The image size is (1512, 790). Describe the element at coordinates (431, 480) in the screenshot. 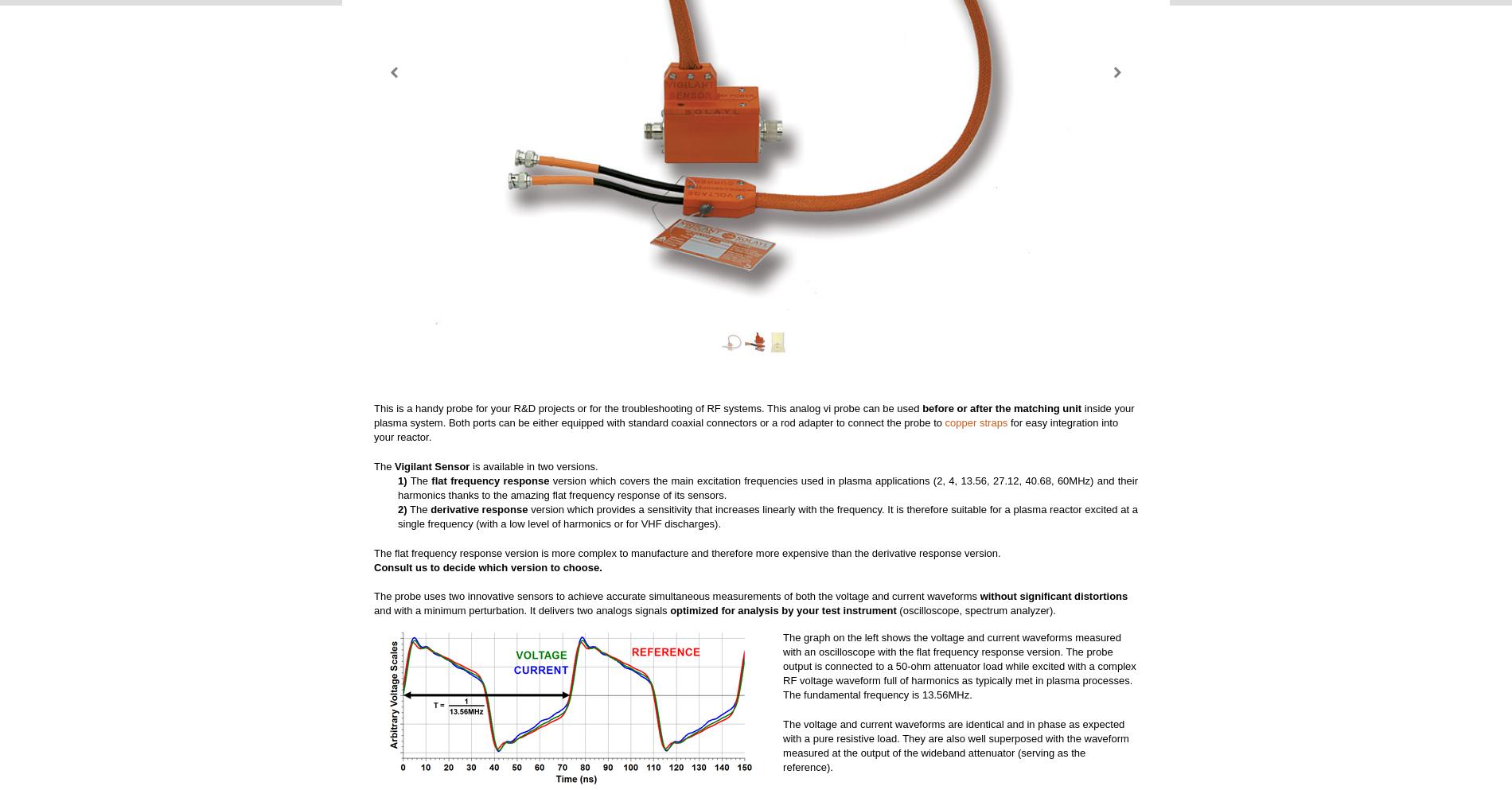

I see `'flat frequency response'` at that location.